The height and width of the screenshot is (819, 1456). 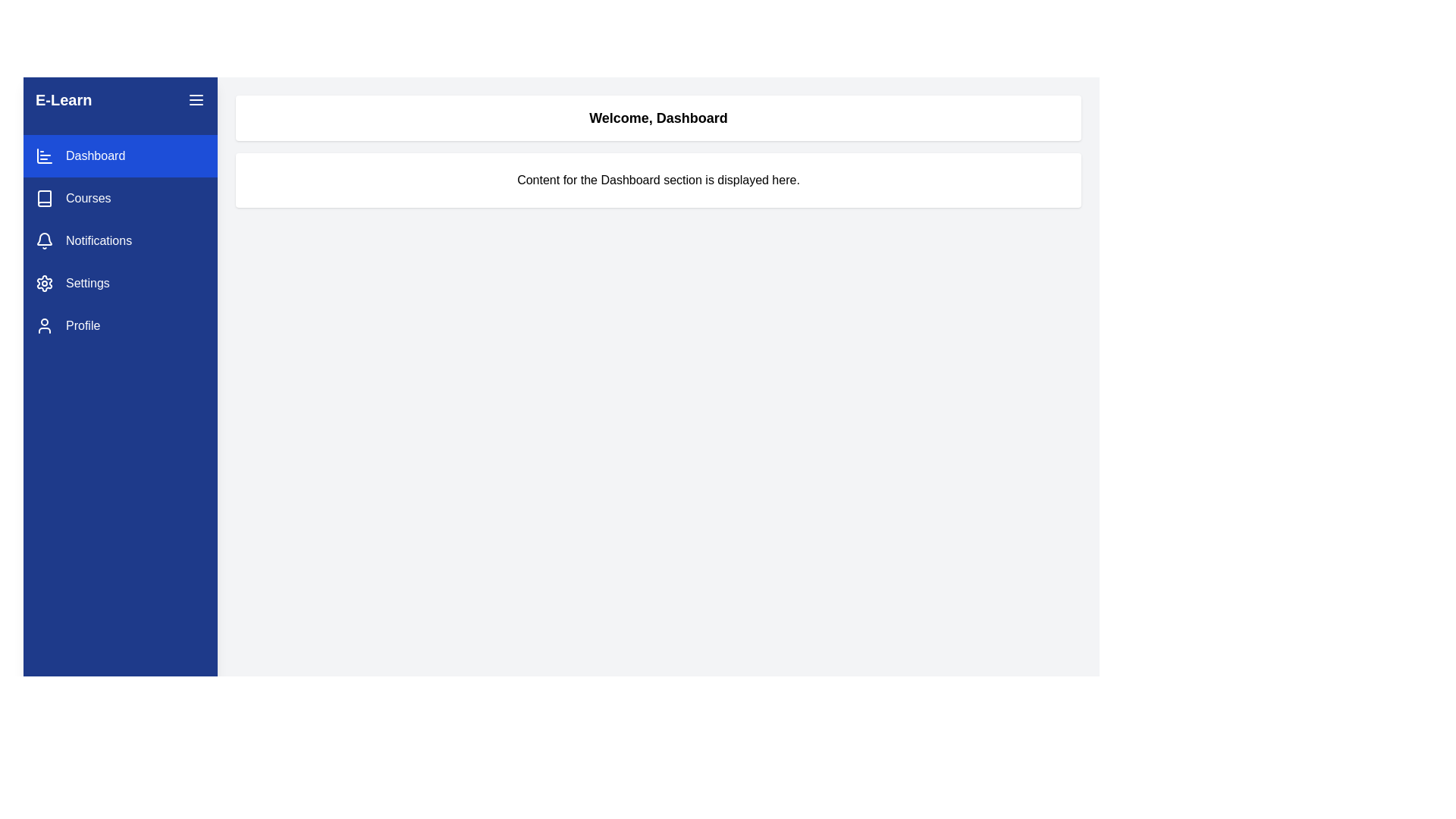 I want to click on the gear-shaped settings icon located in the sidebar menu, so click(x=44, y=284).